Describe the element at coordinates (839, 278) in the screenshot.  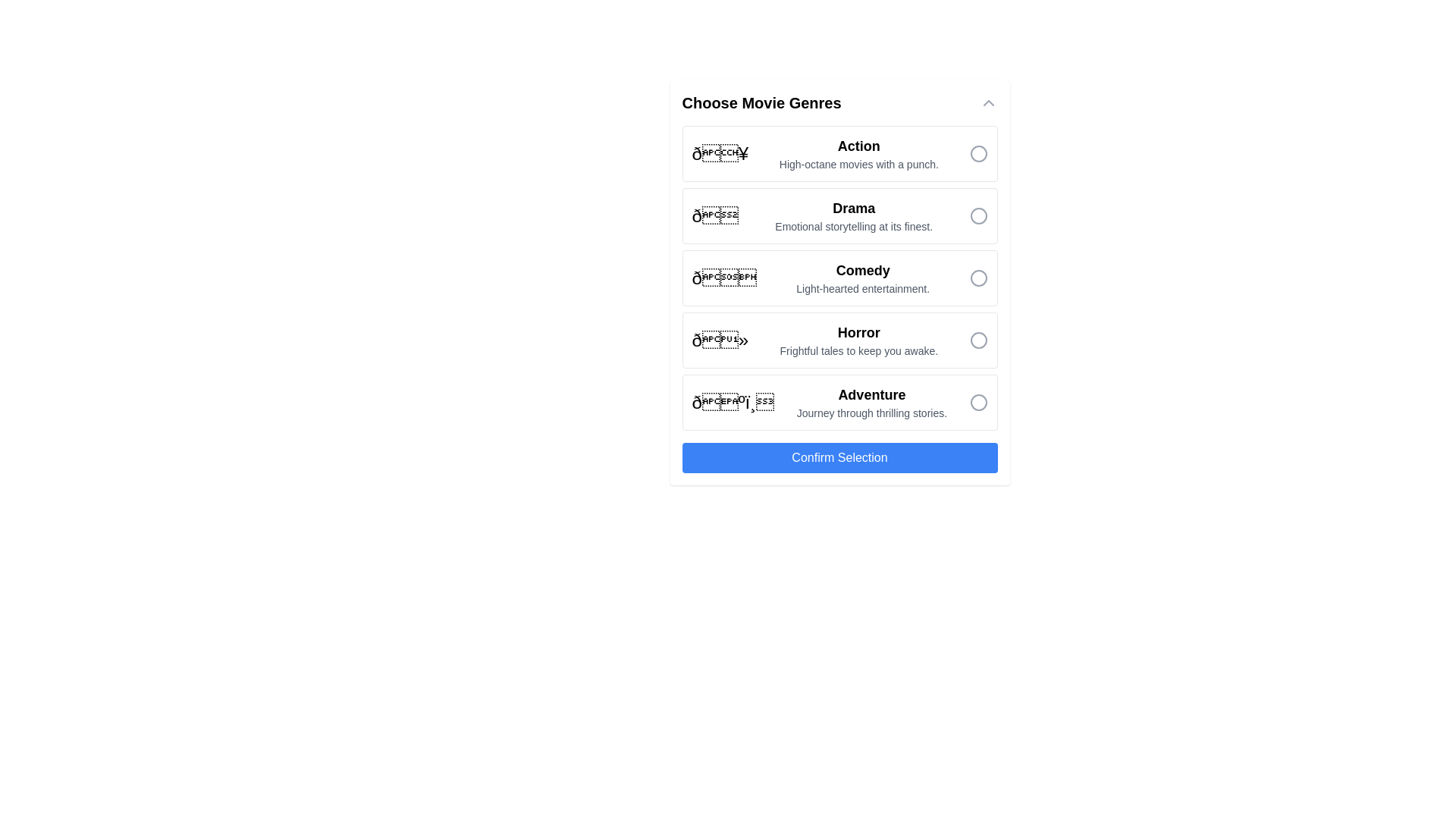
I see `text description of the 'Comedy' genre radio button, which is the third item in the vertical list of movie genres` at that location.